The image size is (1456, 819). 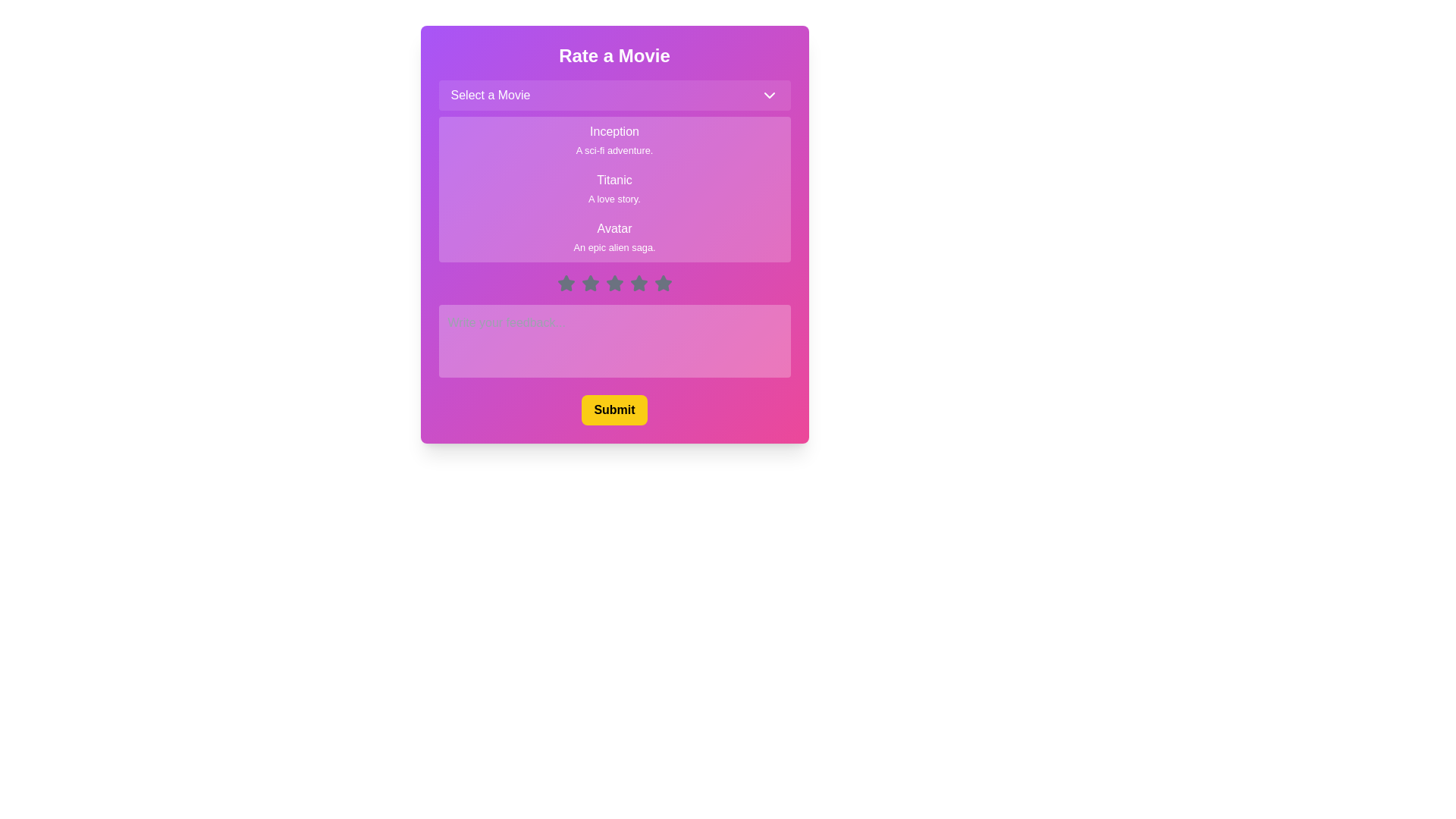 What do you see at coordinates (589, 283) in the screenshot?
I see `the second star icon in the rating system` at bounding box center [589, 283].